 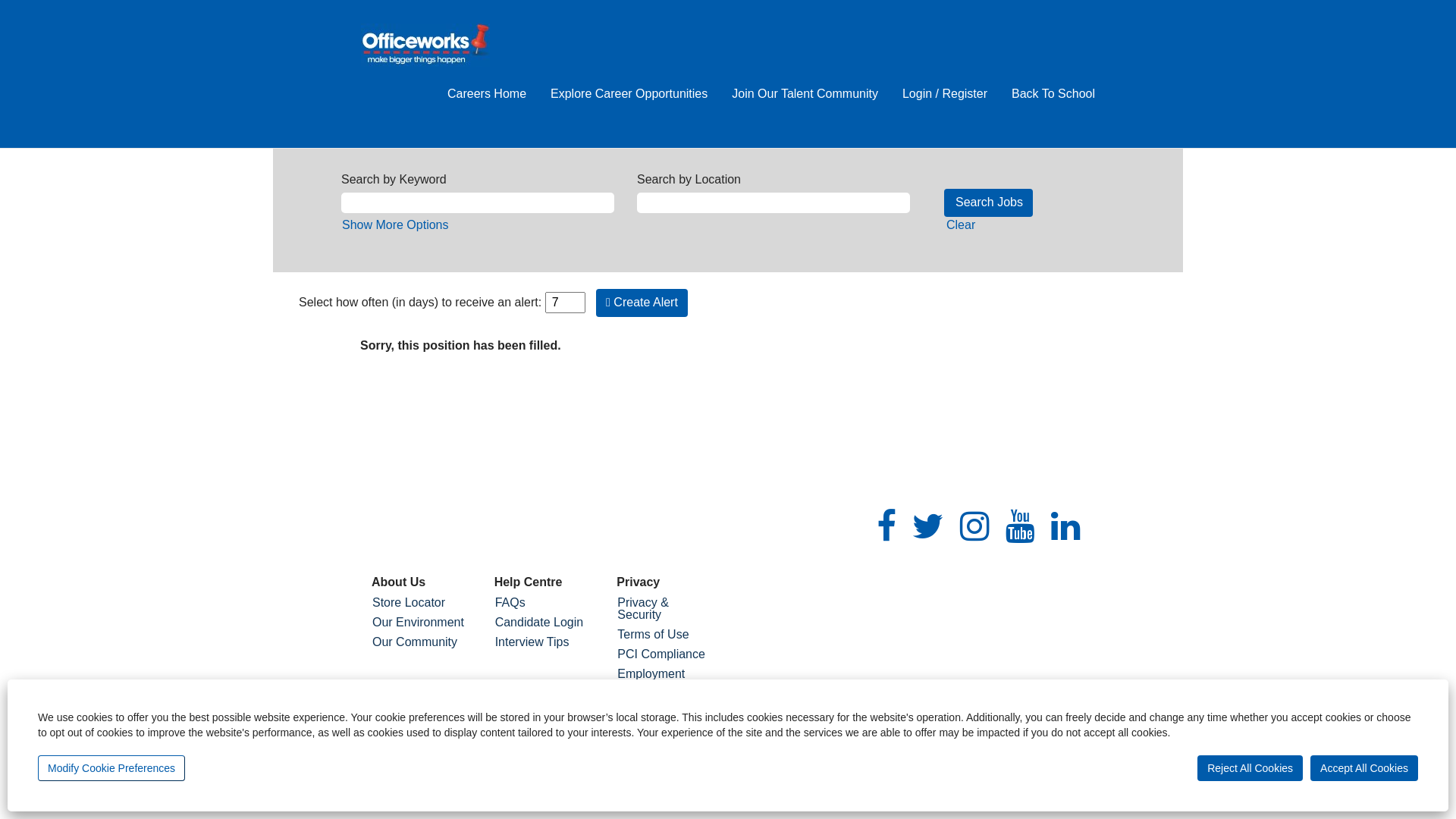 What do you see at coordinates (1310, 768) in the screenshot?
I see `'Accept All Cookies'` at bounding box center [1310, 768].